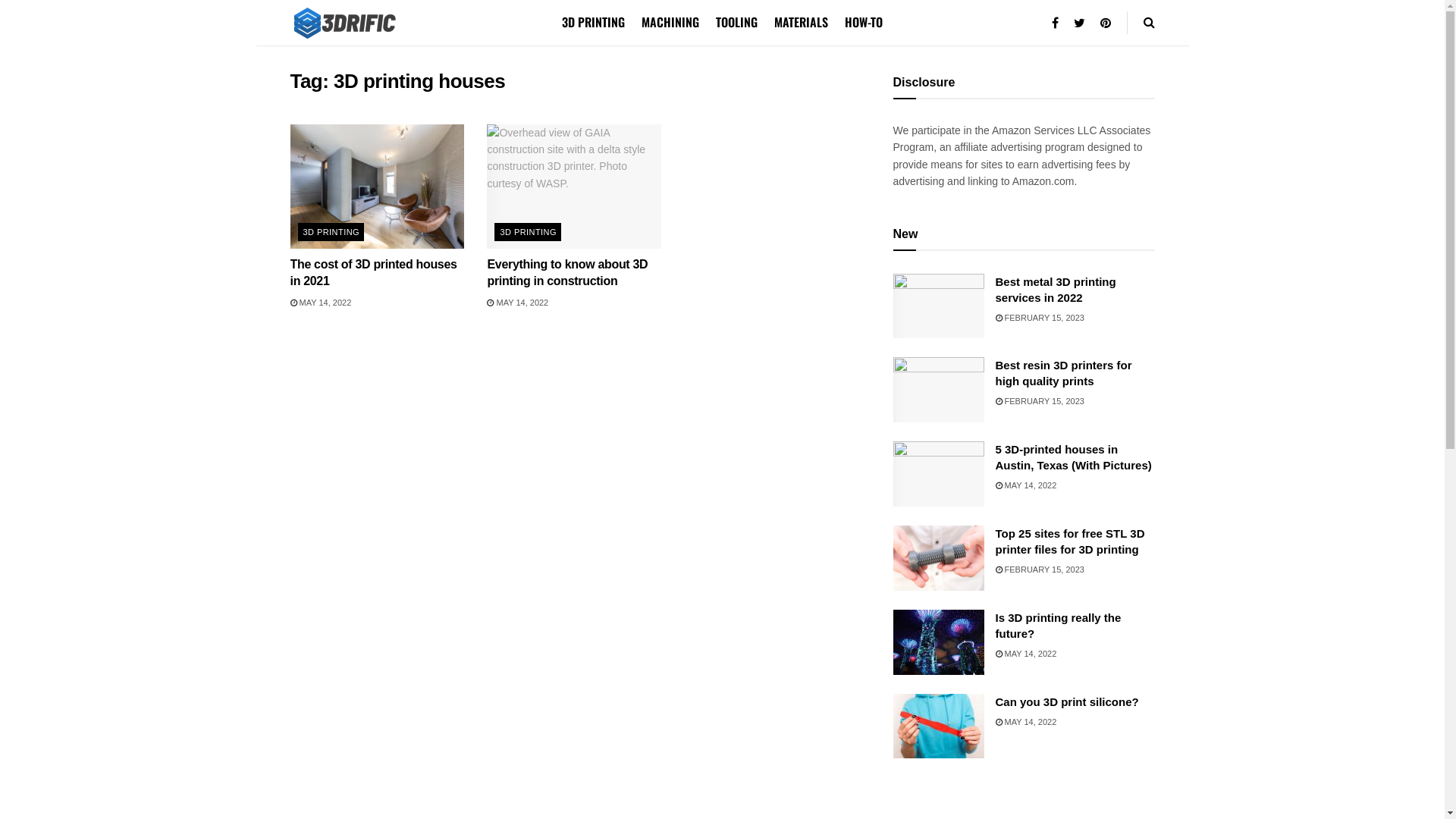 The image size is (1456, 819). Describe the element at coordinates (319, 302) in the screenshot. I see `'MAY 14, 2022'` at that location.